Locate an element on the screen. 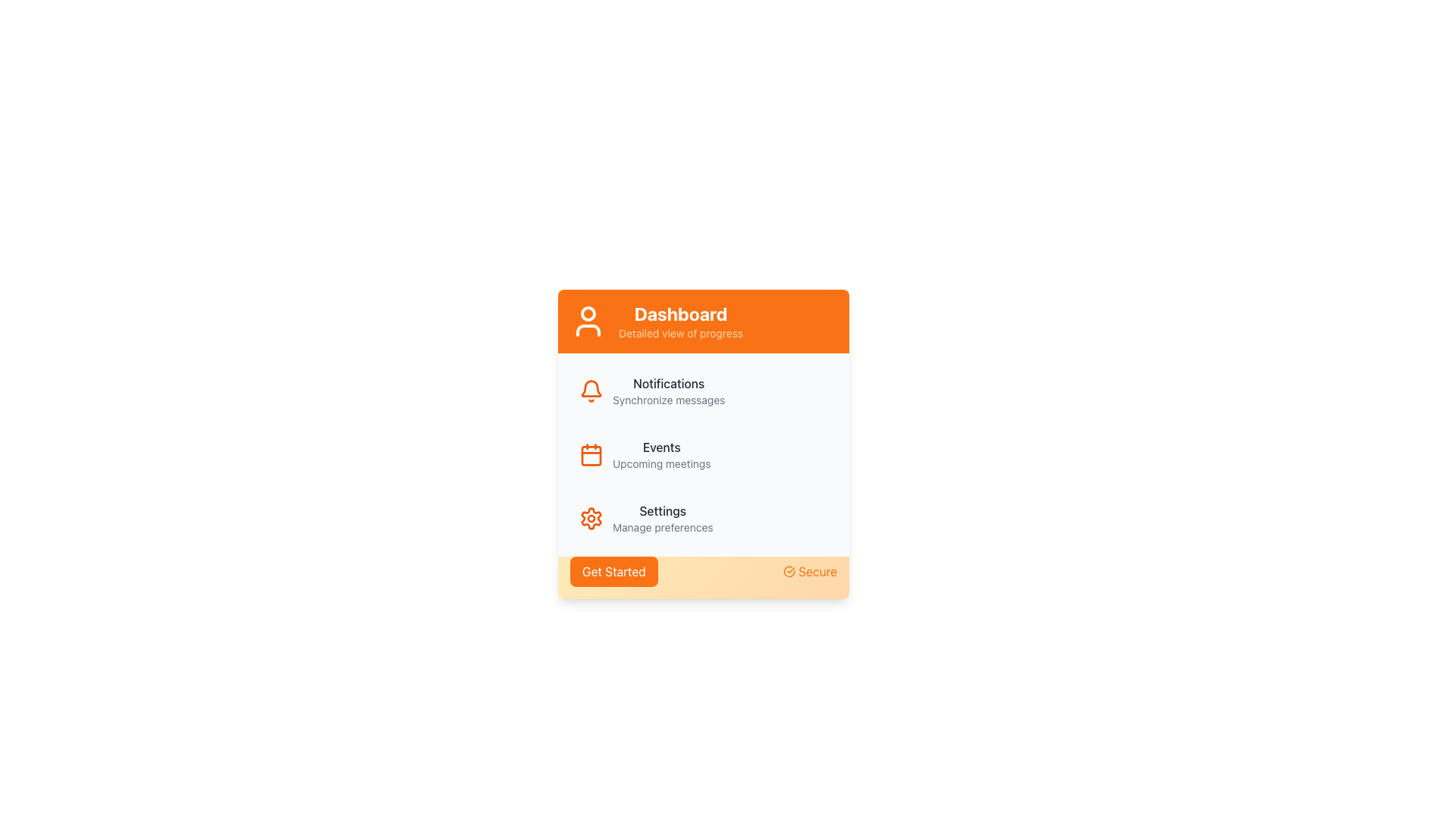 The width and height of the screenshot is (1456, 819). the 'Notifications' button located in the vertical menu beneath the 'Dashboard' header is located at coordinates (702, 391).